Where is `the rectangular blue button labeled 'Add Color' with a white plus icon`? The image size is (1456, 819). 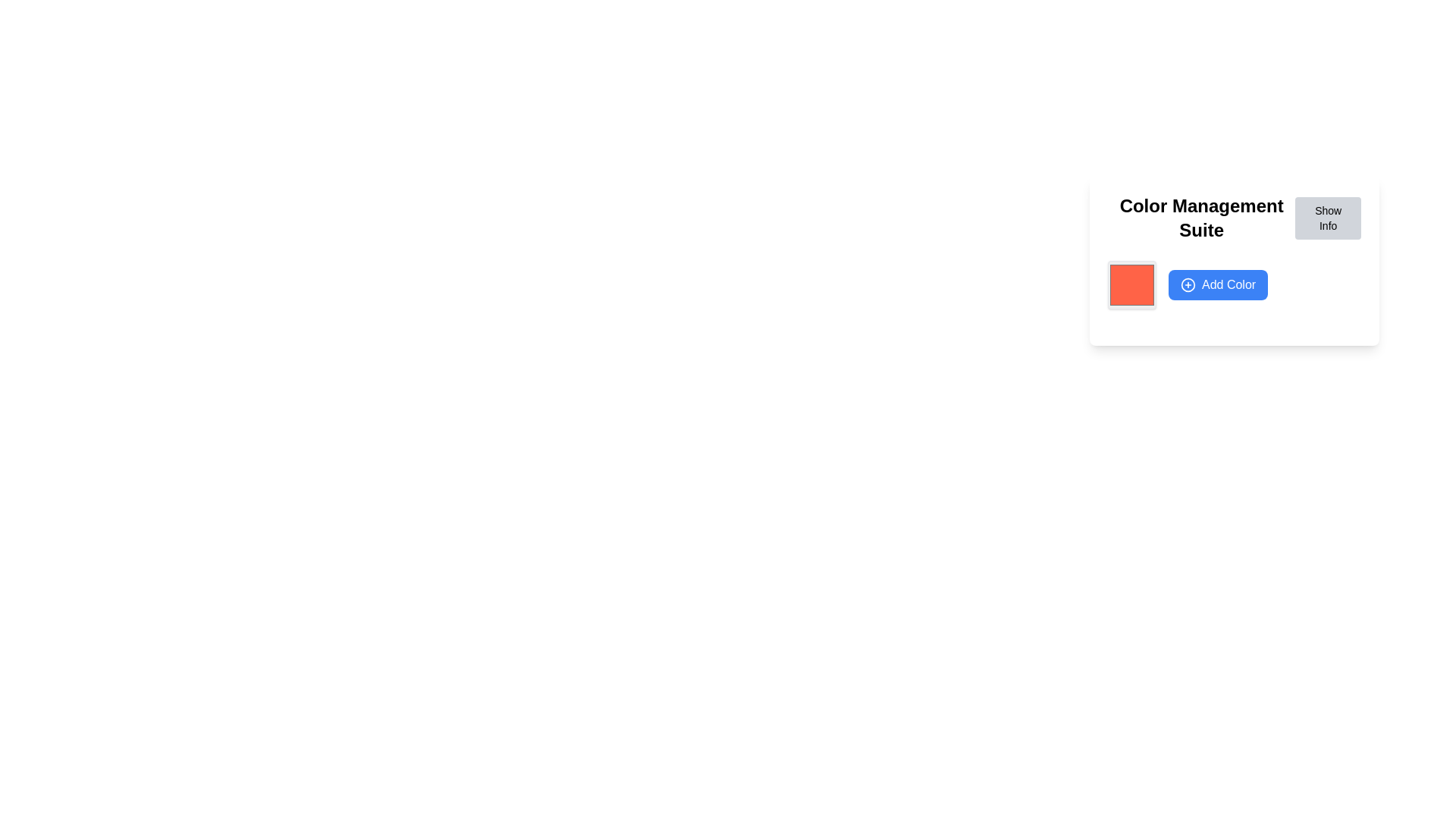
the rectangular blue button labeled 'Add Color' with a white plus icon is located at coordinates (1218, 284).